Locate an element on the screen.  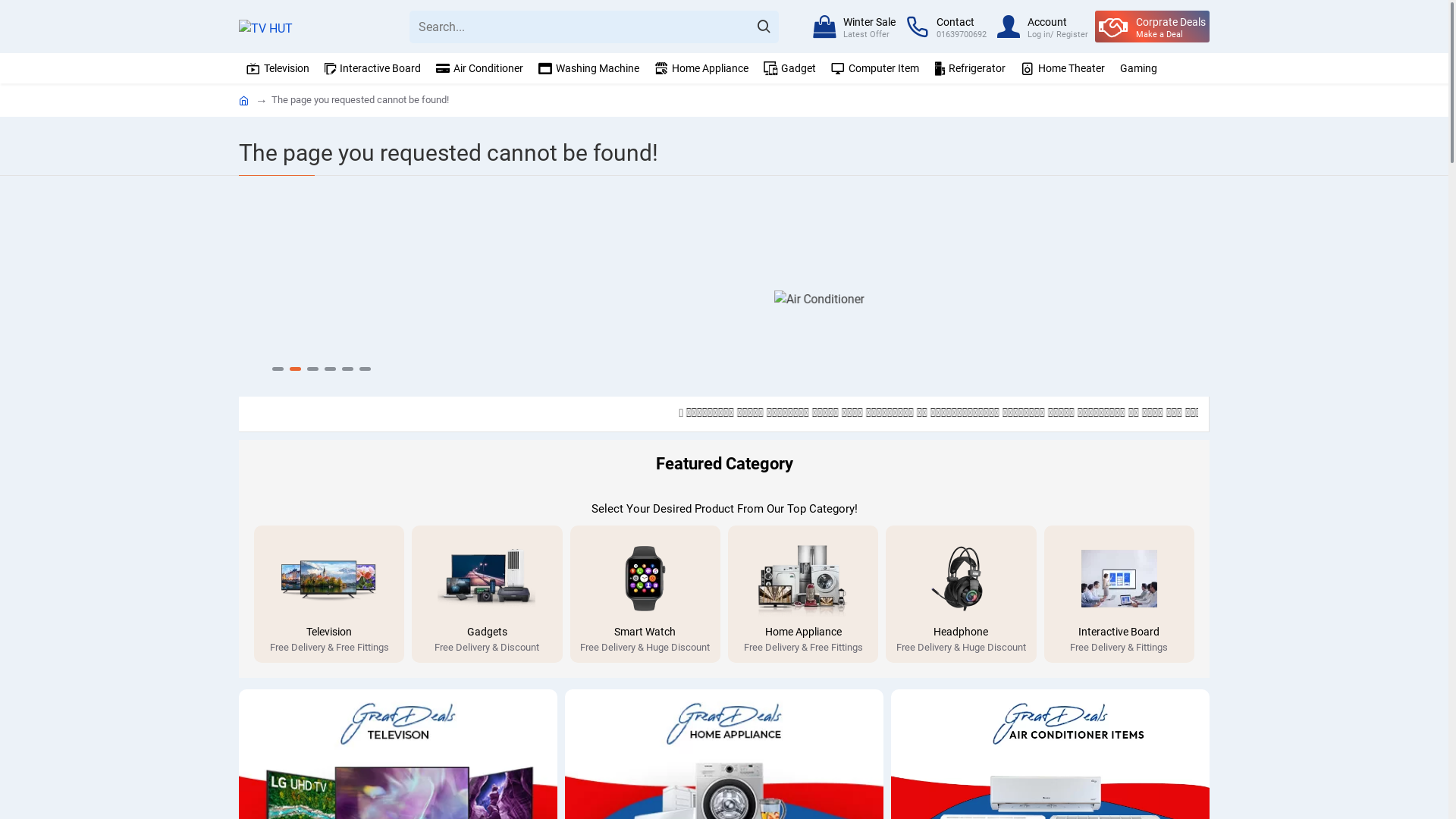
'Computer Item' is located at coordinates (873, 67).